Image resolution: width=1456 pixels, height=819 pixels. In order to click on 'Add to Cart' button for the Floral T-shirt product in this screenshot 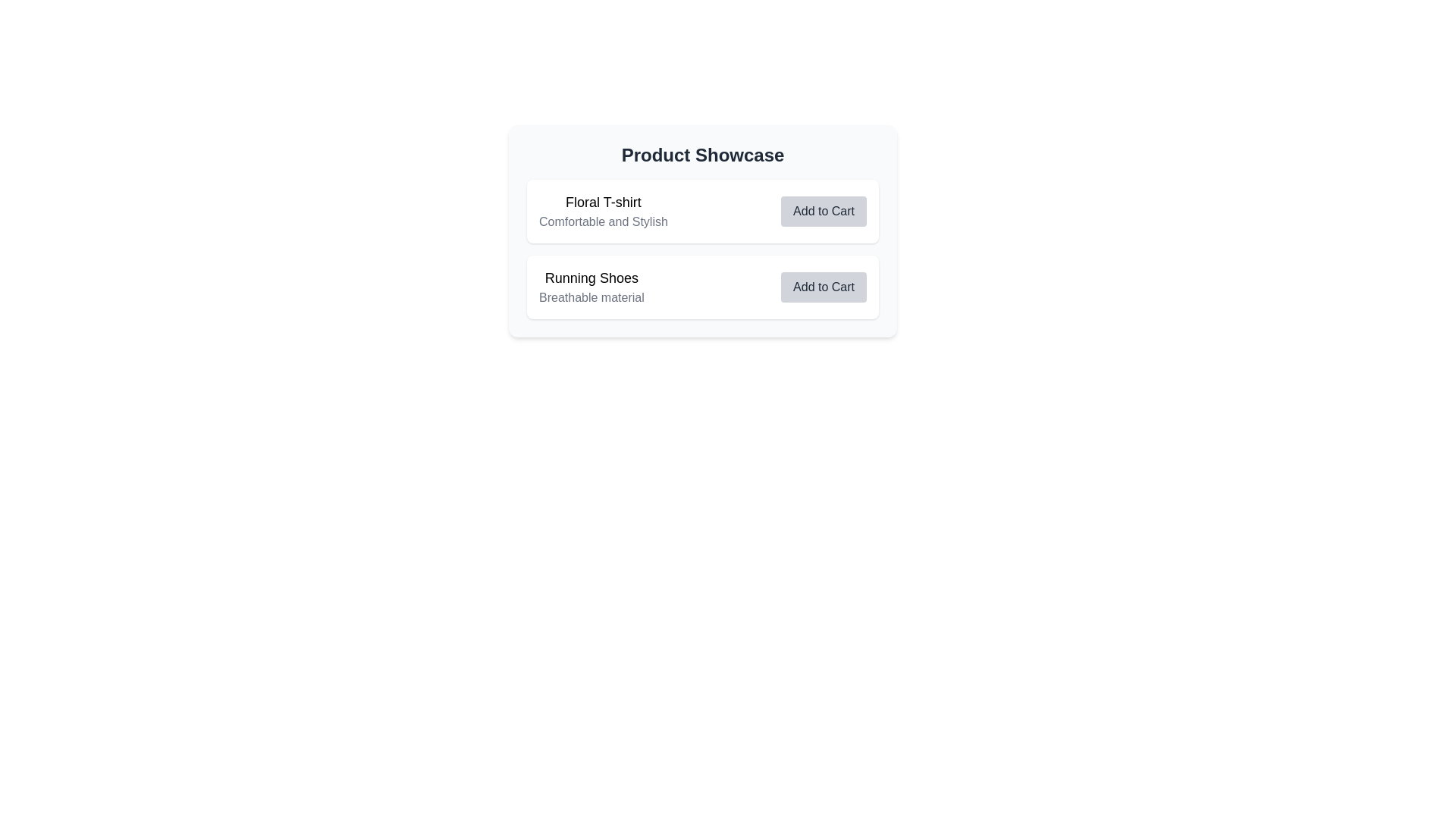, I will do `click(823, 211)`.